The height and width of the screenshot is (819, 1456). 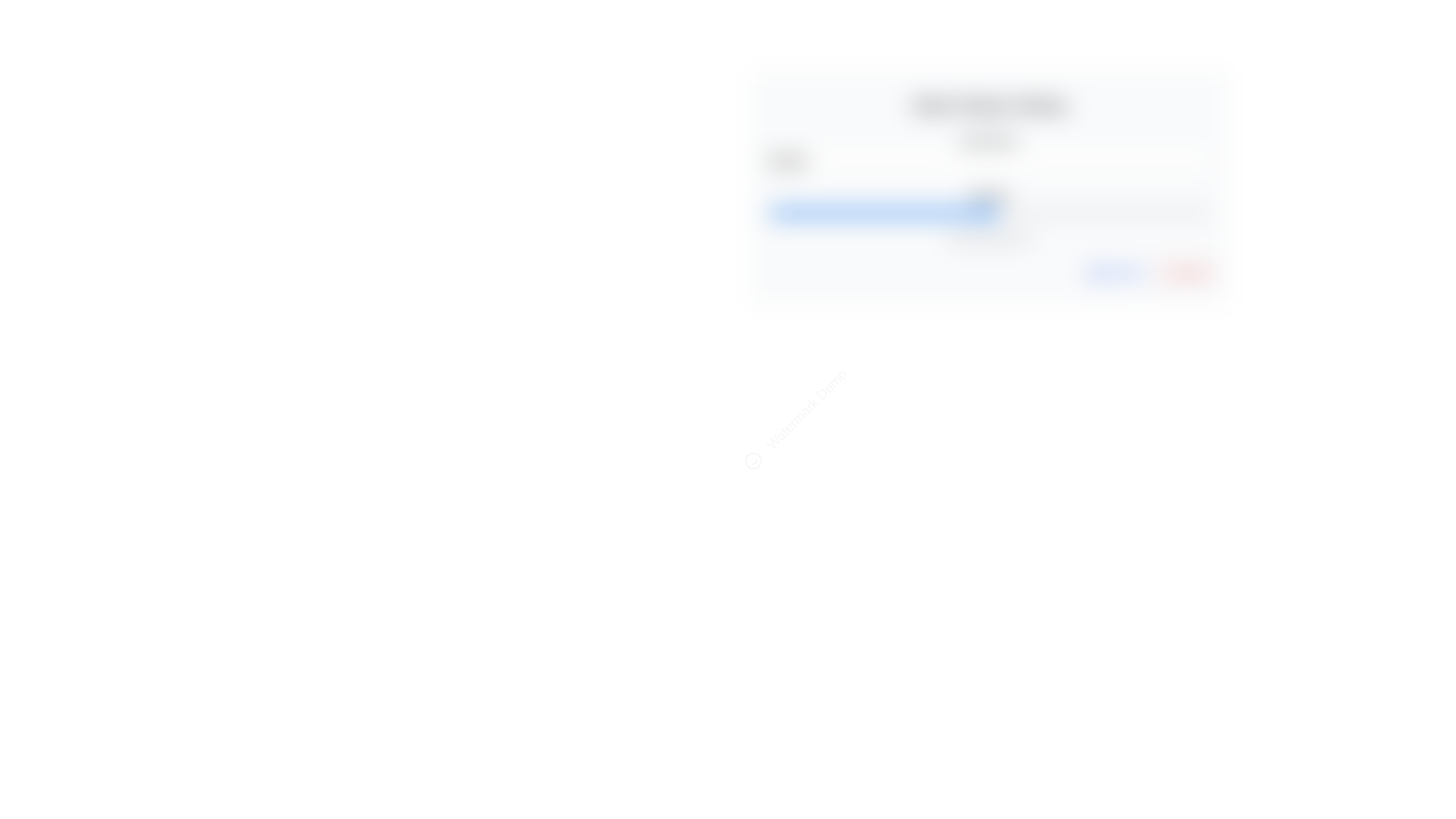 I want to click on the slider value, so click(x=1160, y=213).